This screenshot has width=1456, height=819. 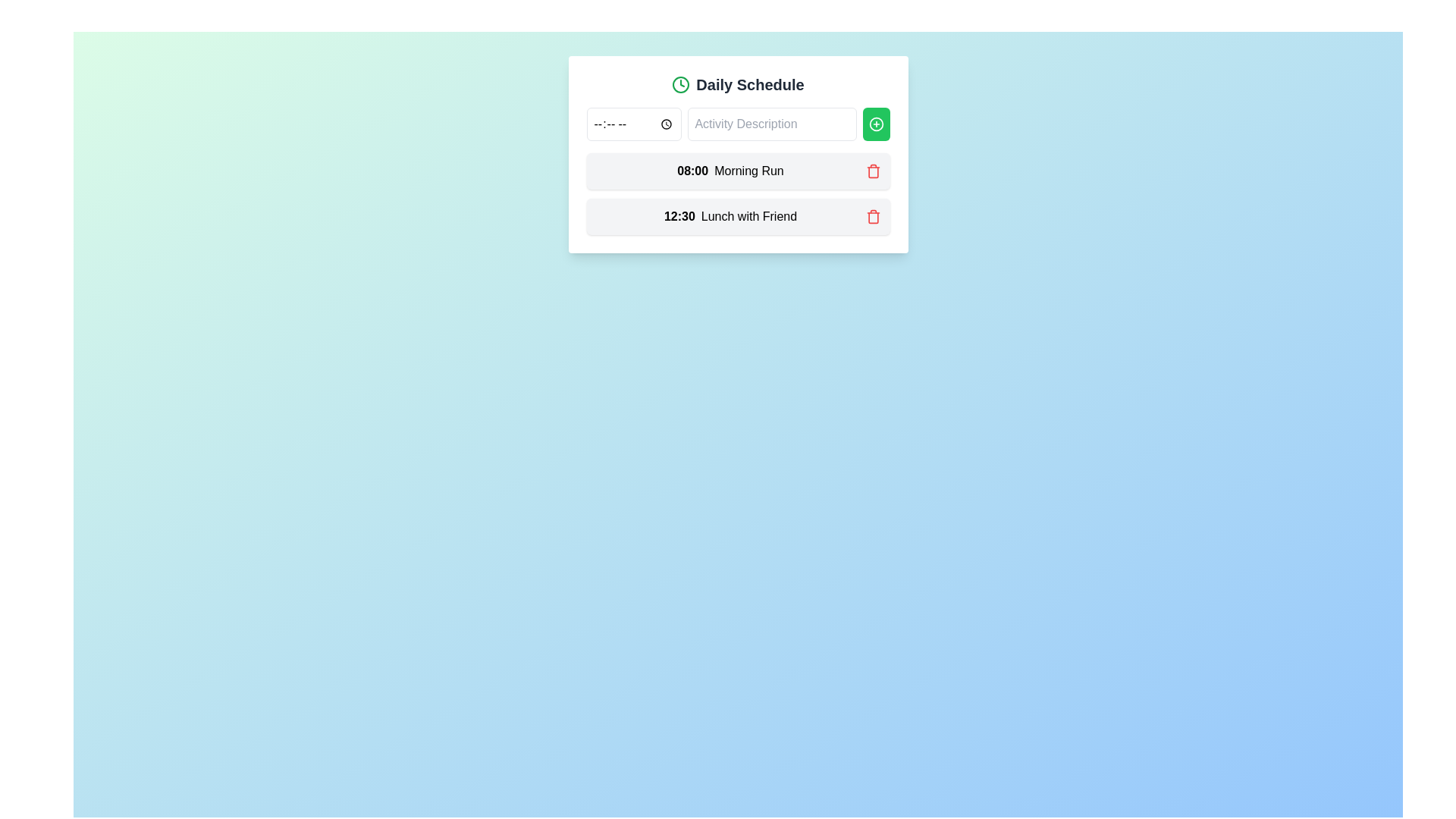 What do you see at coordinates (738, 216) in the screenshot?
I see `the 'Lunch with Friend' scheduled activity in the Daily Schedule section` at bounding box center [738, 216].